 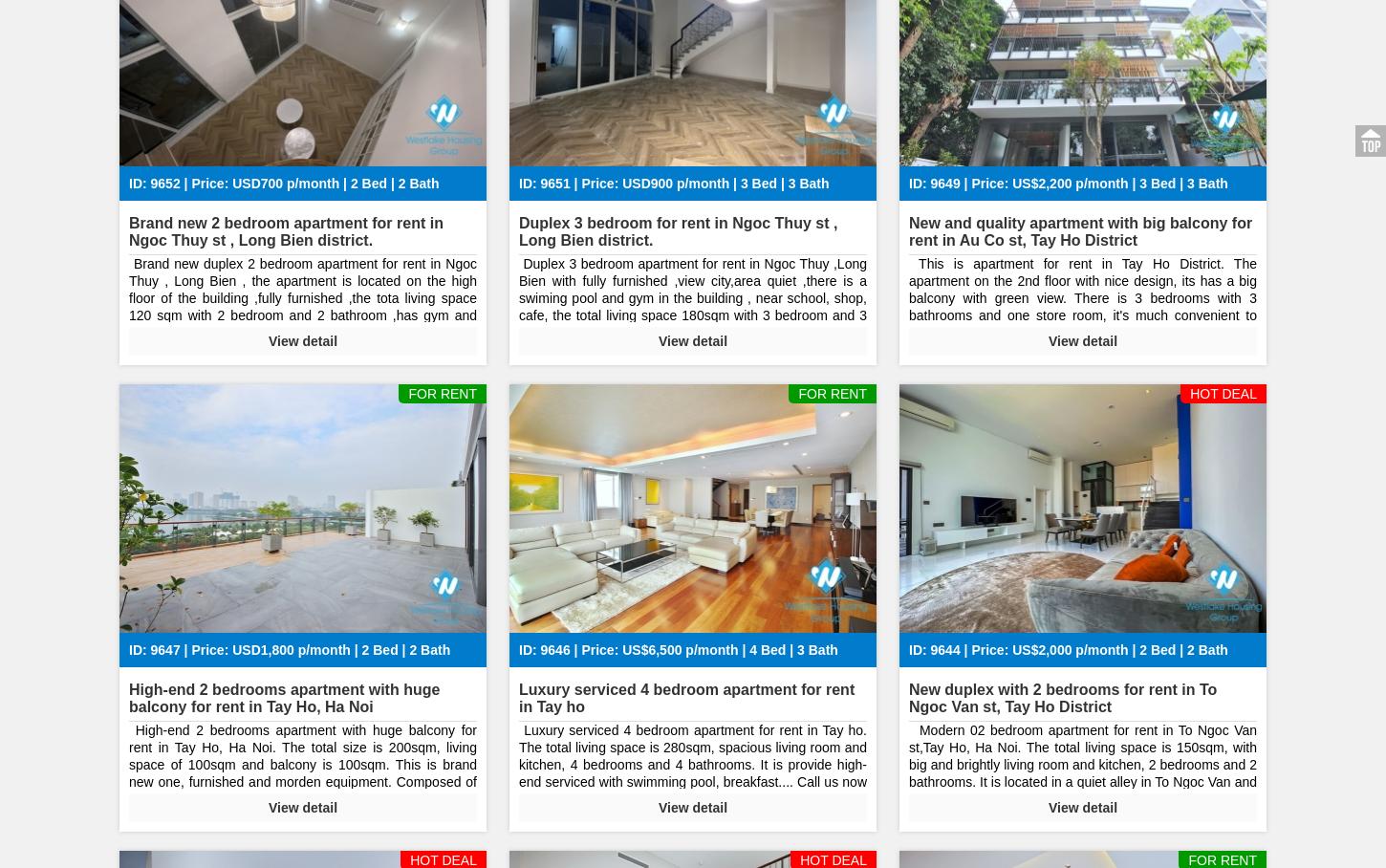 I want to click on 'Luxury serviced 4 bedroom apartment for rent in Tay ho', so click(x=685, y=697).